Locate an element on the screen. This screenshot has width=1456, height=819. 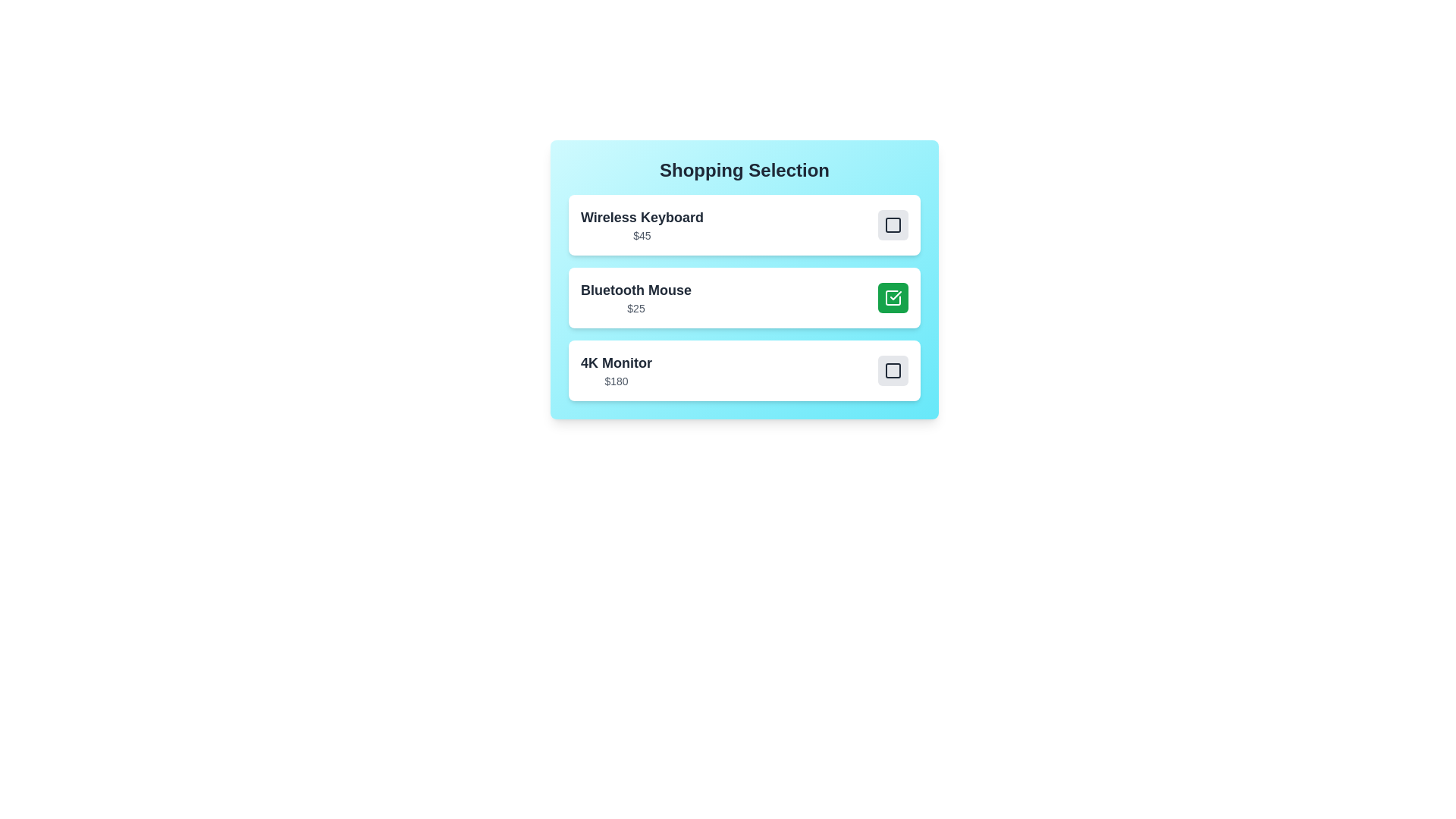
the toggleable checkbox for selecting or deselecting the '4K Monitor' item located in the bottom-right corner of its row in the shopping list interface to observe potential visual feedback is located at coordinates (893, 371).